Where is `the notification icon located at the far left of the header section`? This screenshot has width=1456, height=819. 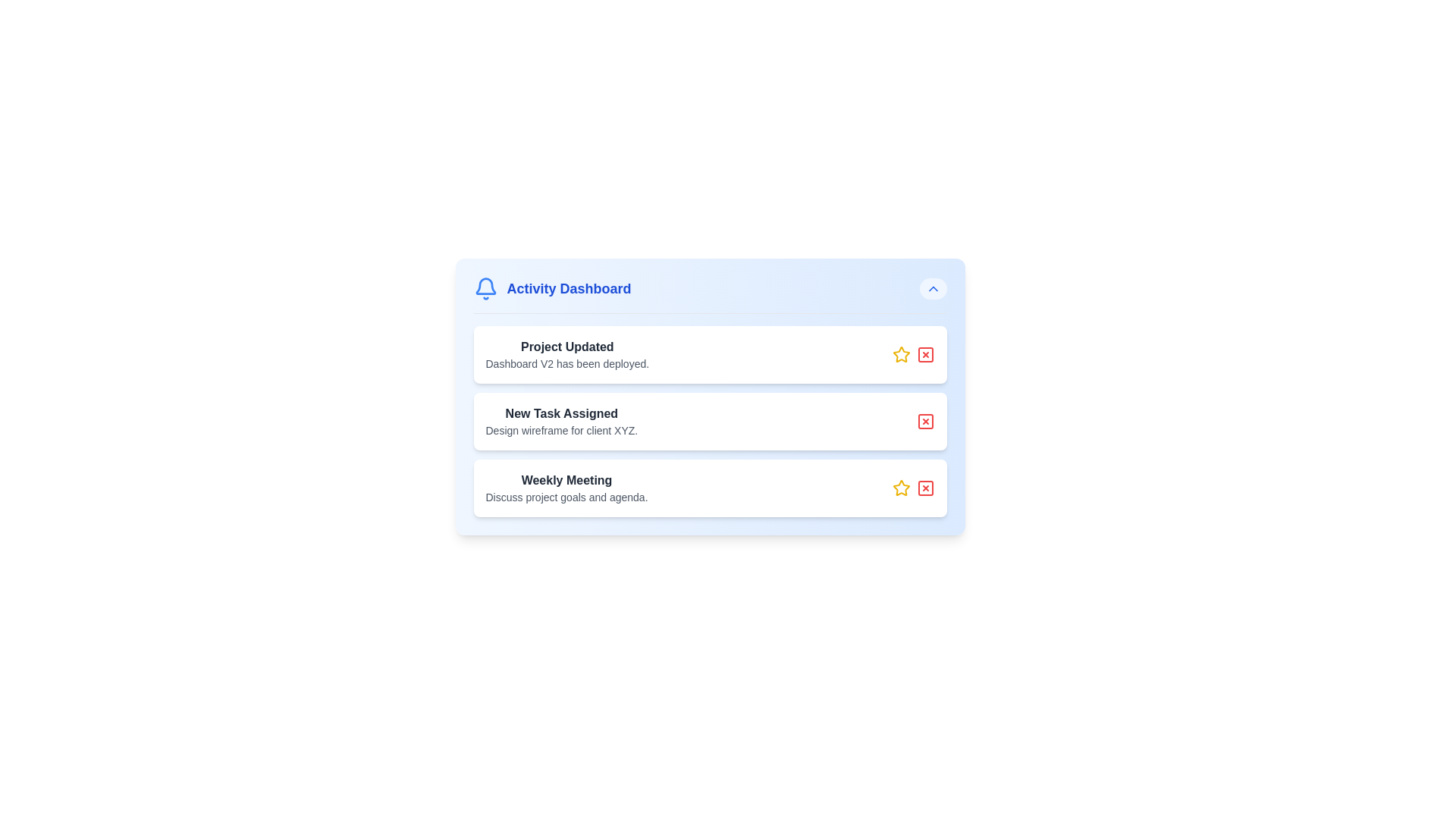 the notification icon located at the far left of the header section is located at coordinates (485, 289).